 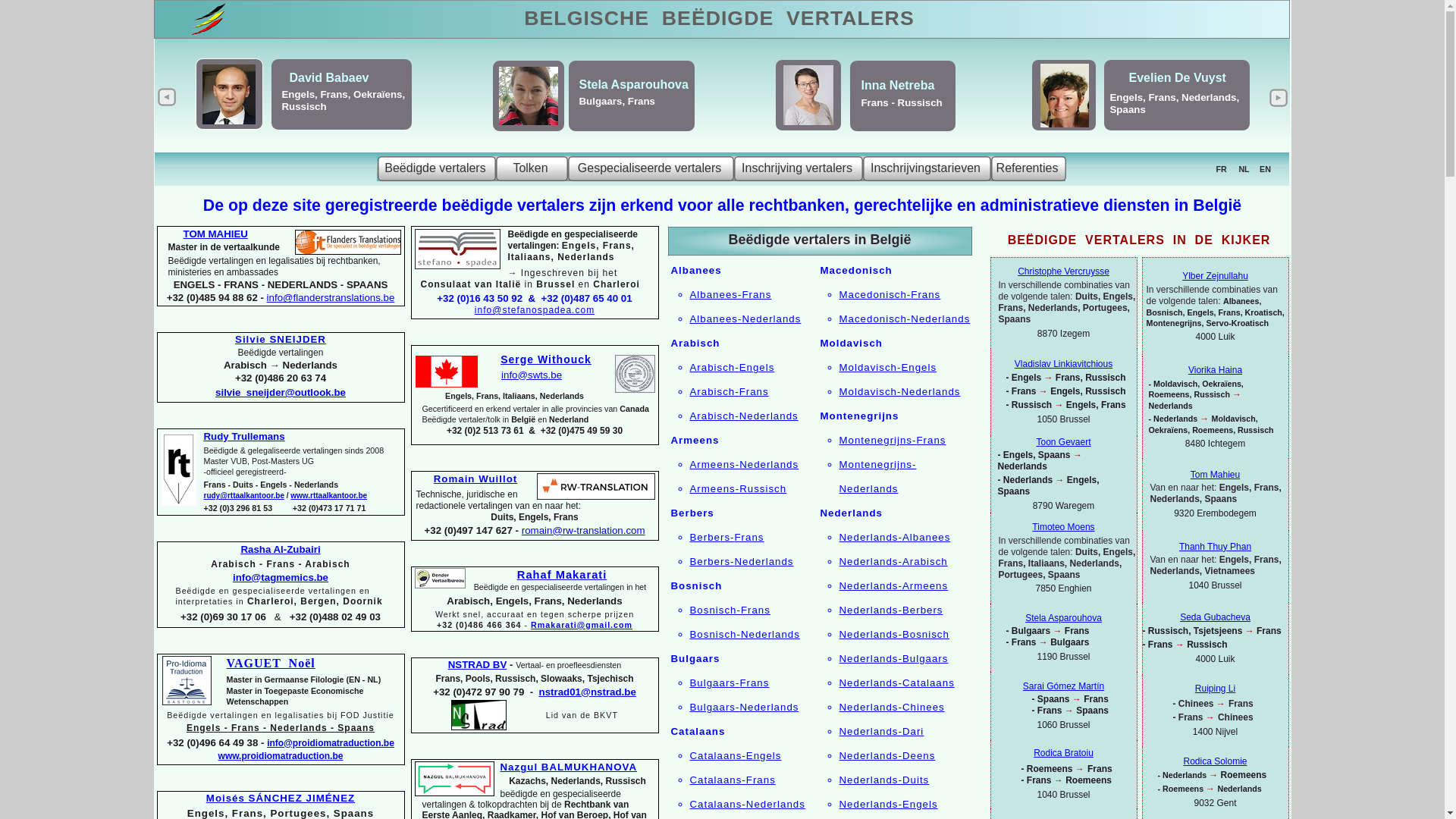 I want to click on 'EN', so click(x=1265, y=169).